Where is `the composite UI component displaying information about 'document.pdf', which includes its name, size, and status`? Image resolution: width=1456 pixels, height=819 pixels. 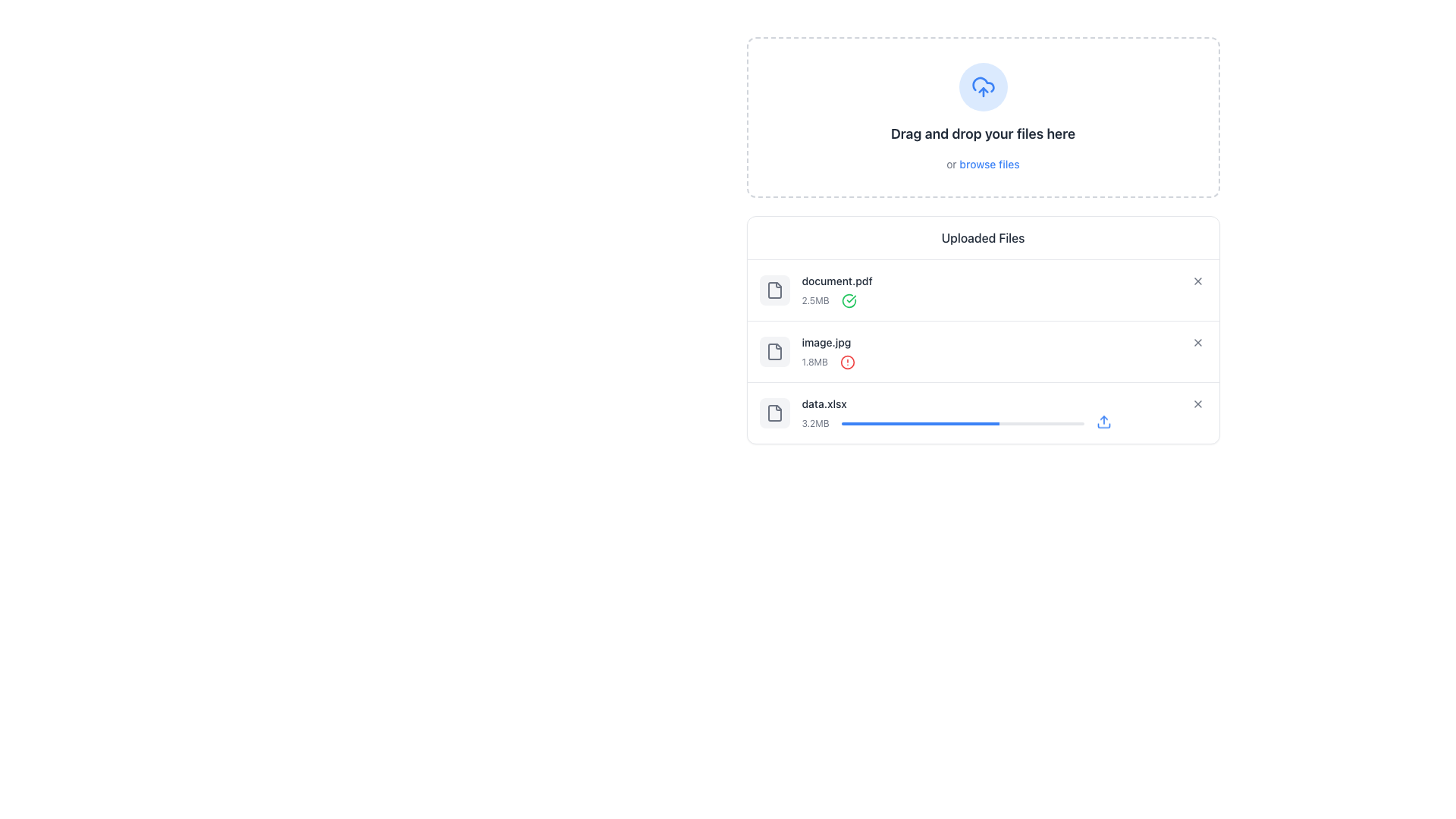 the composite UI component displaying information about 'document.pdf', which includes its name, size, and status is located at coordinates (1004, 290).